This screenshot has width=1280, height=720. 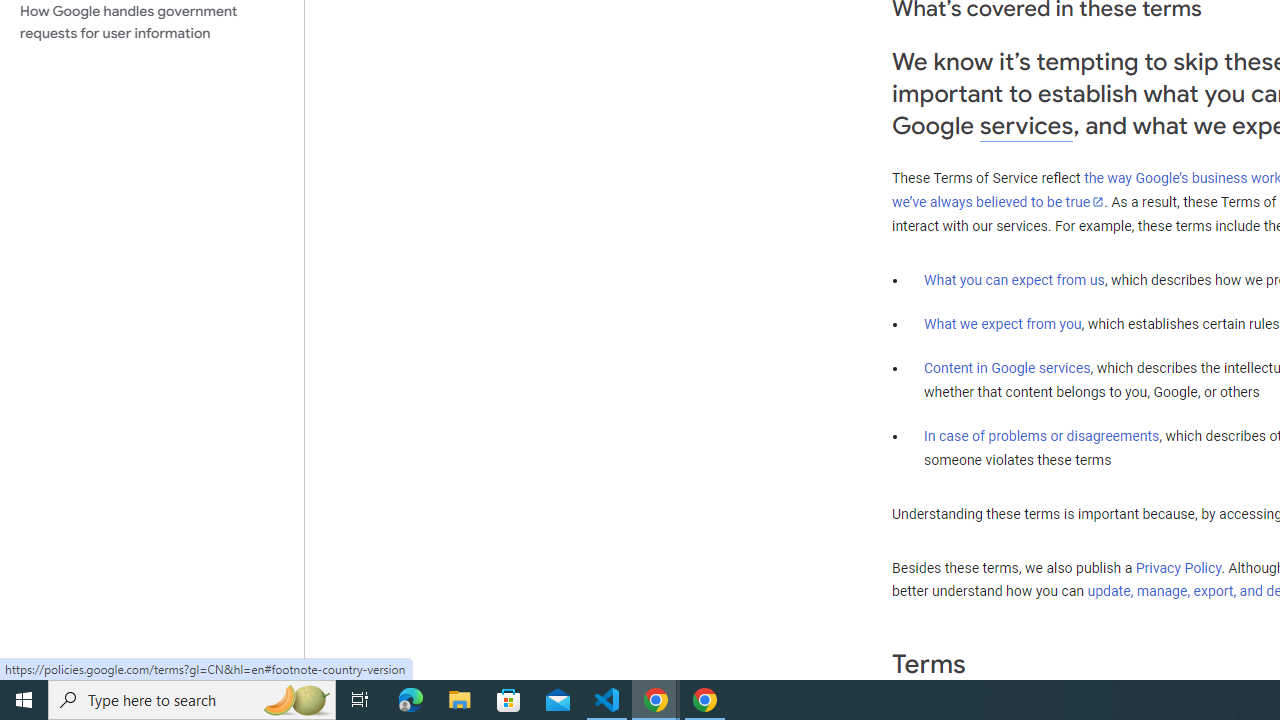 I want to click on 'In case of problems or disagreements', so click(x=1040, y=434).